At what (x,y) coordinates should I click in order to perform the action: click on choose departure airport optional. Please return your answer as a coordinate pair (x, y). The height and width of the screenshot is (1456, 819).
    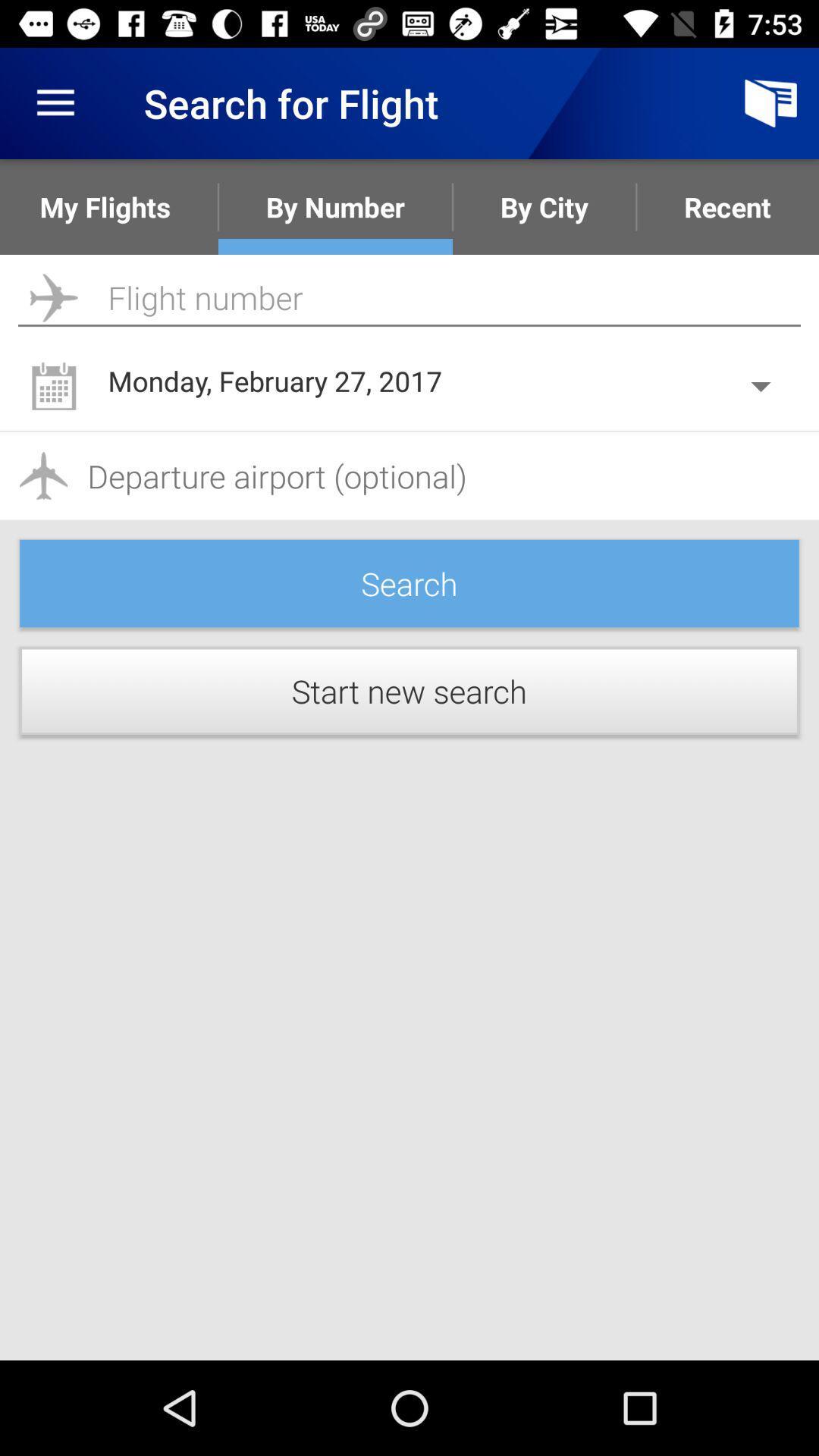
    Looking at the image, I should click on (409, 475).